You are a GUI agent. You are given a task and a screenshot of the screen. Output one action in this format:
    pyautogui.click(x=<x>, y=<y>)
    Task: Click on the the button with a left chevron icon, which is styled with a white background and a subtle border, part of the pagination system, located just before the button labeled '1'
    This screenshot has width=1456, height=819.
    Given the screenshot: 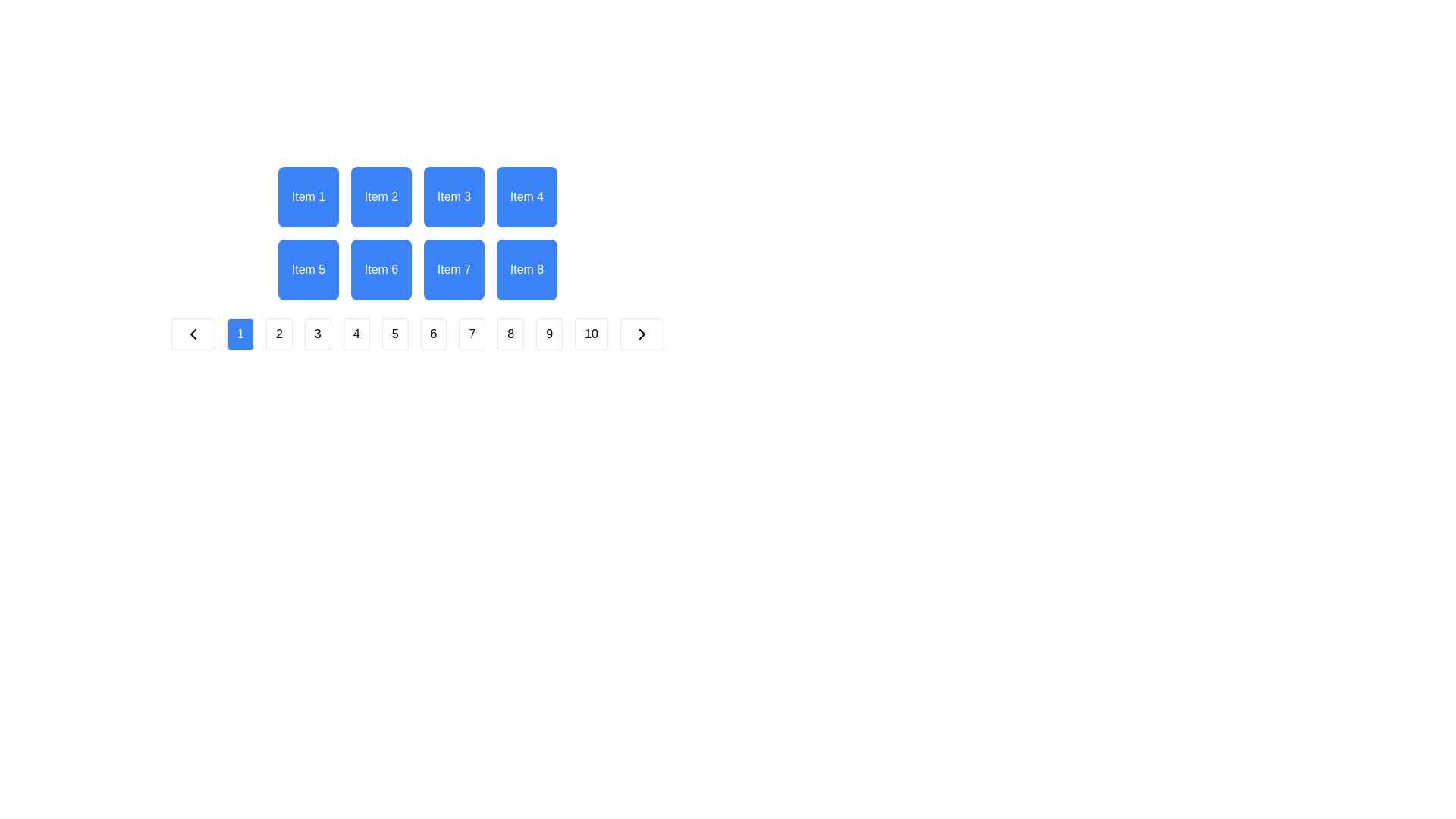 What is the action you would take?
    pyautogui.click(x=192, y=333)
    